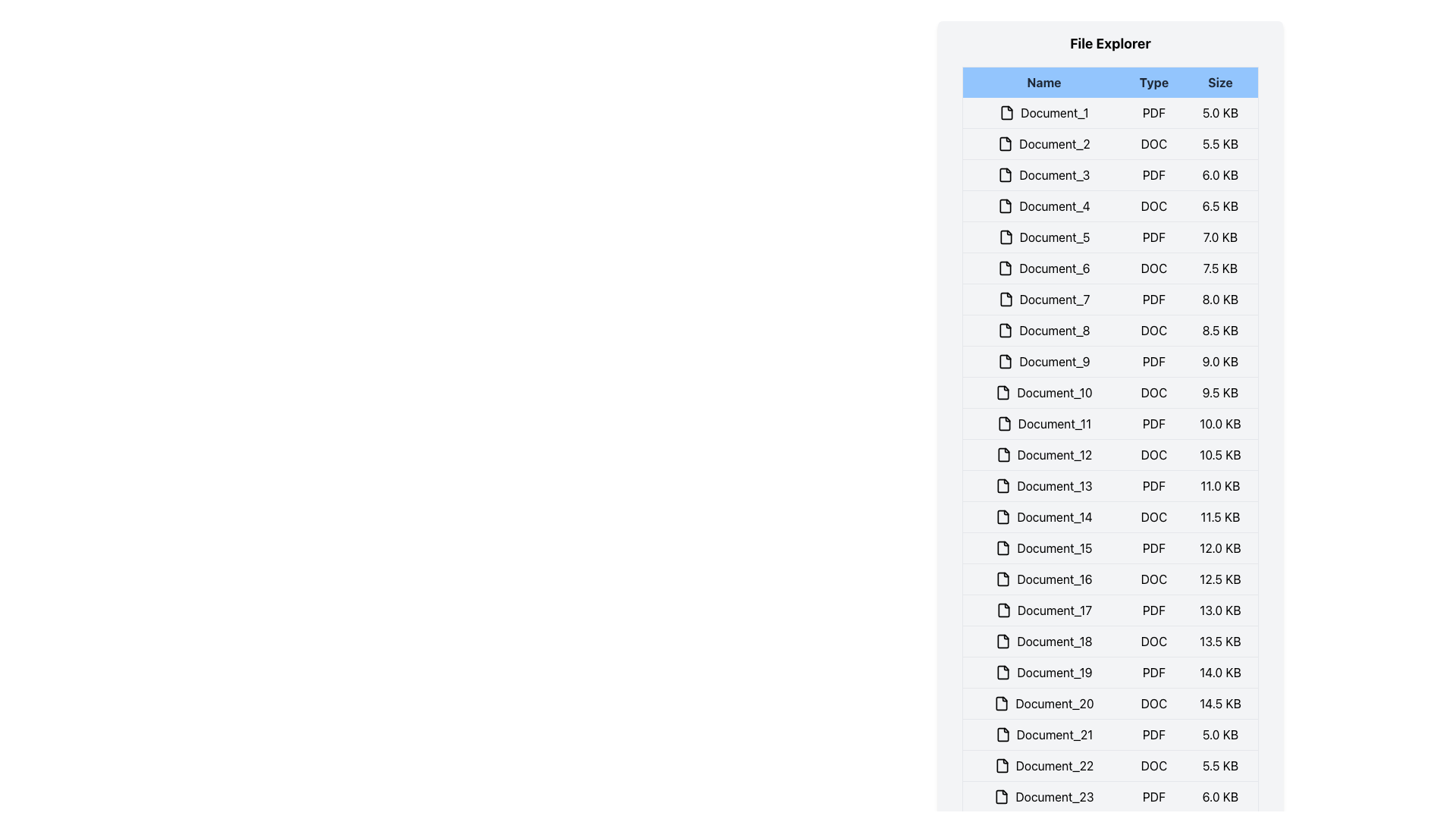 The height and width of the screenshot is (819, 1456). Describe the element at coordinates (1153, 424) in the screenshot. I see `the non-interactive text label indicating the file format of 'Document_11' located in the 'Type' column of the table` at that location.